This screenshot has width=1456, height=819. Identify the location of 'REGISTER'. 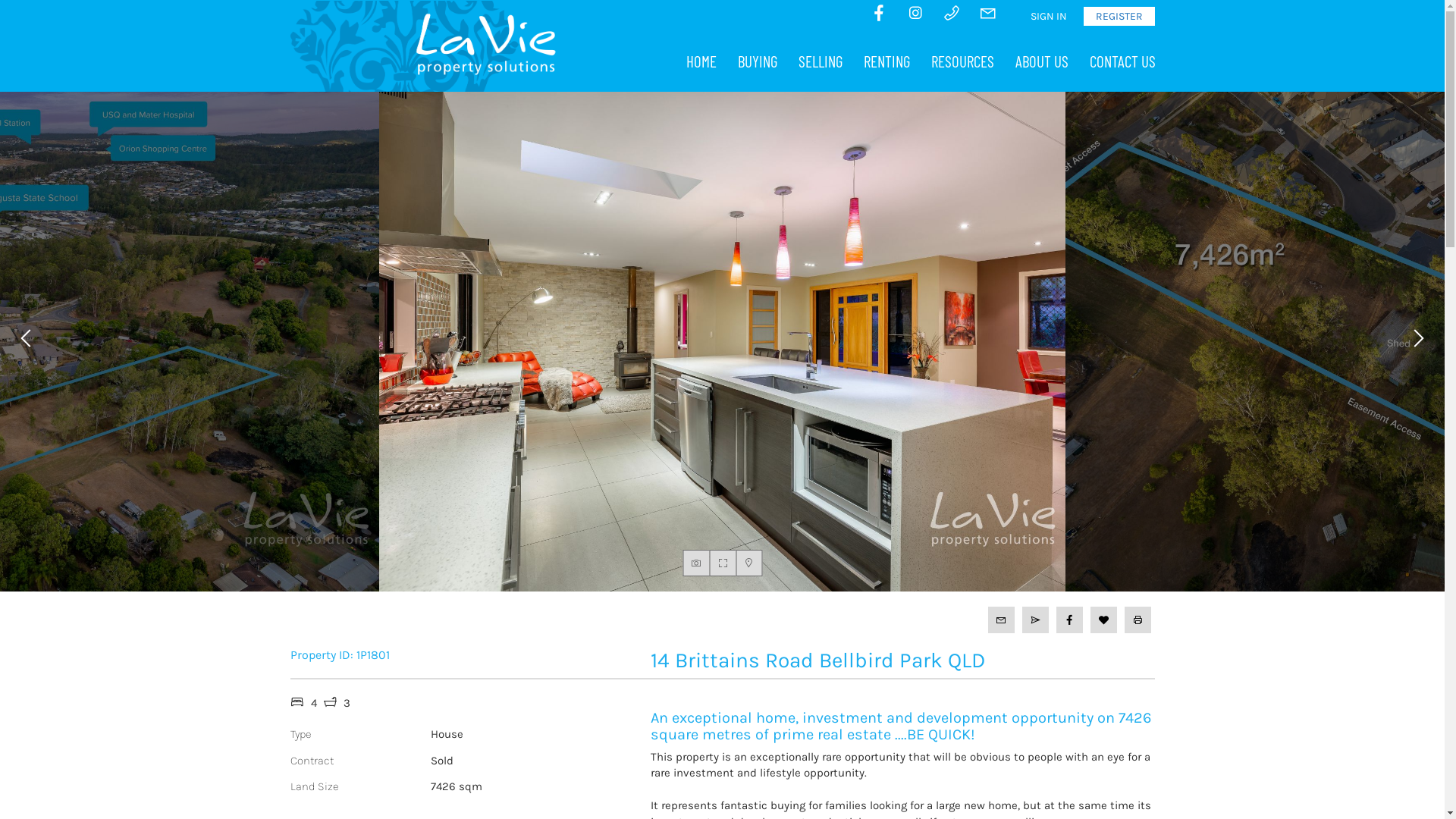
(1118, 16).